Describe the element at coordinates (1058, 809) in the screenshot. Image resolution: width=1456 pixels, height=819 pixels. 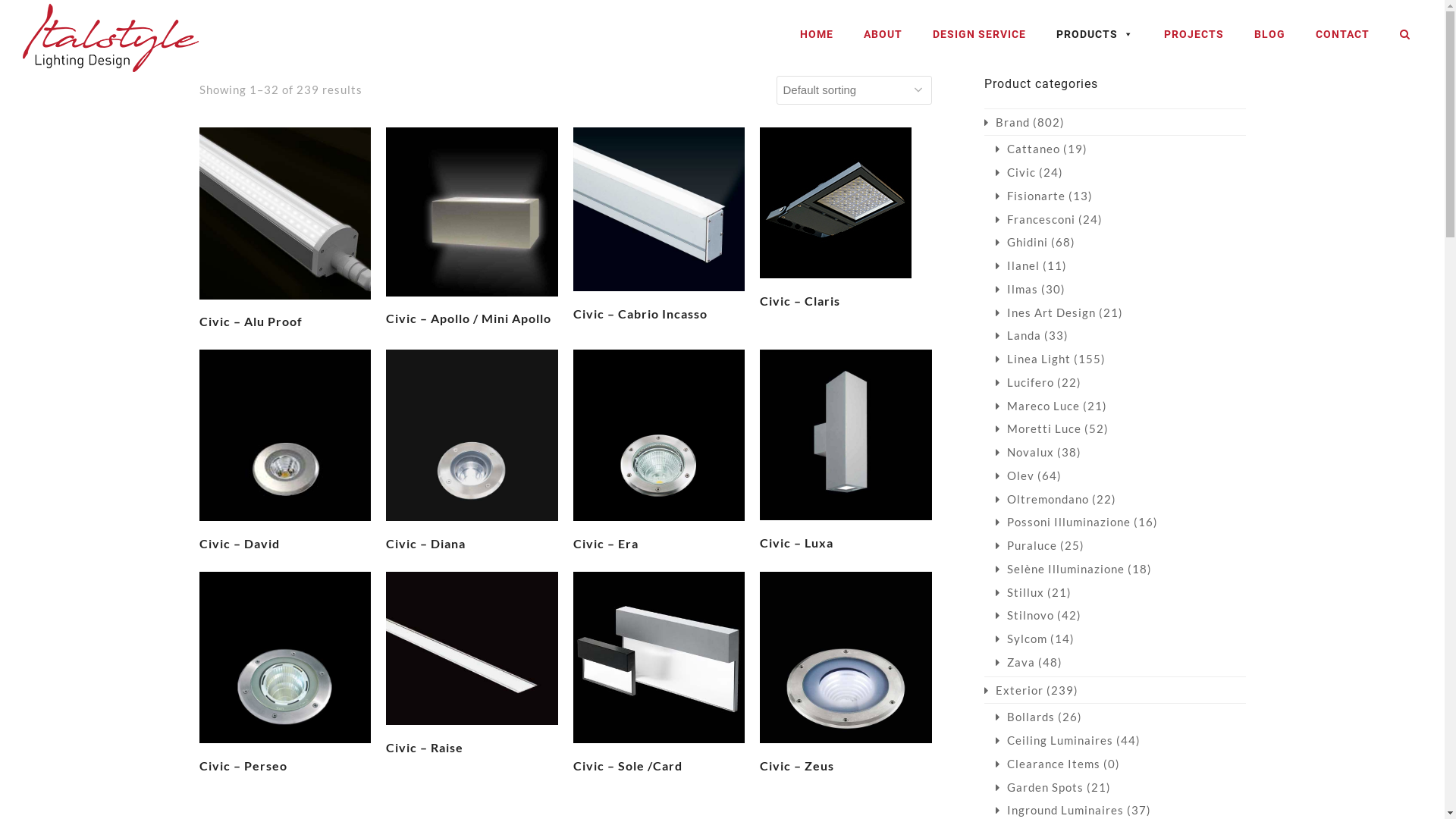
I see `'Inground Luminaires'` at that location.